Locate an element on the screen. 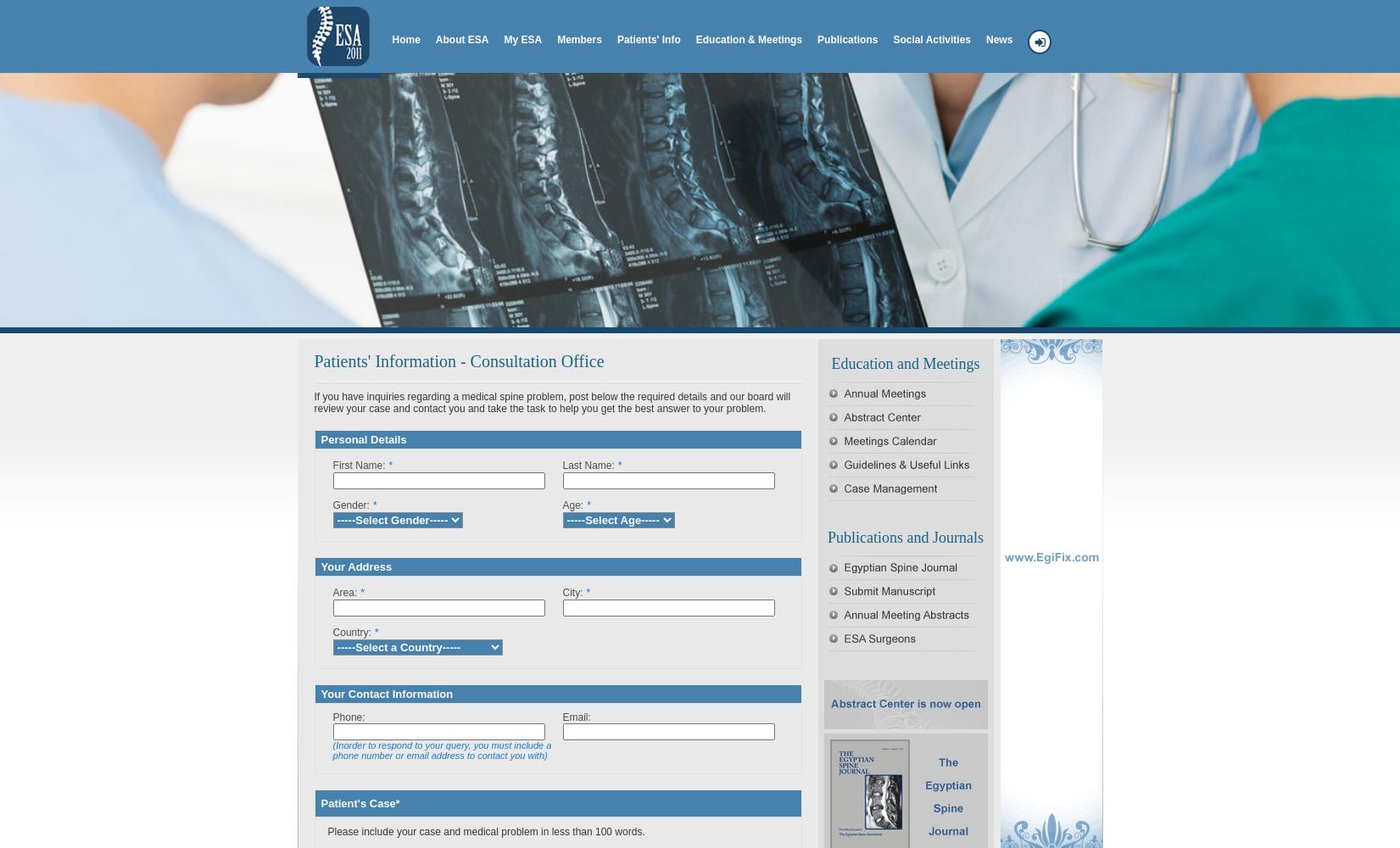 This screenshot has height=848, width=1400. 'Phone:' is located at coordinates (332, 717).